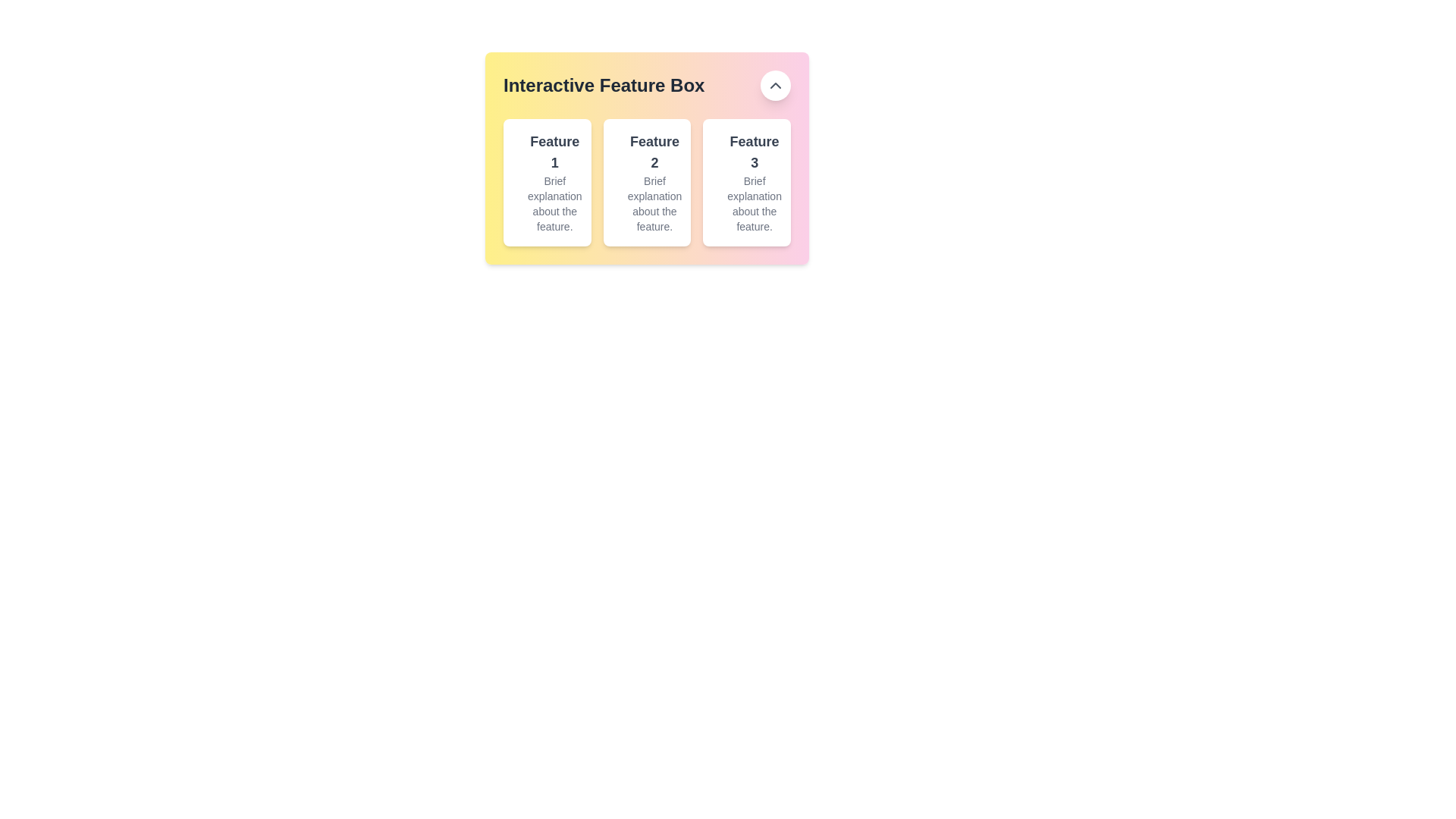 This screenshot has width=1456, height=819. I want to click on text in the first feature card's heading and paragraph located in the 'Interactive Feature Box' section on the left side, so click(554, 181).